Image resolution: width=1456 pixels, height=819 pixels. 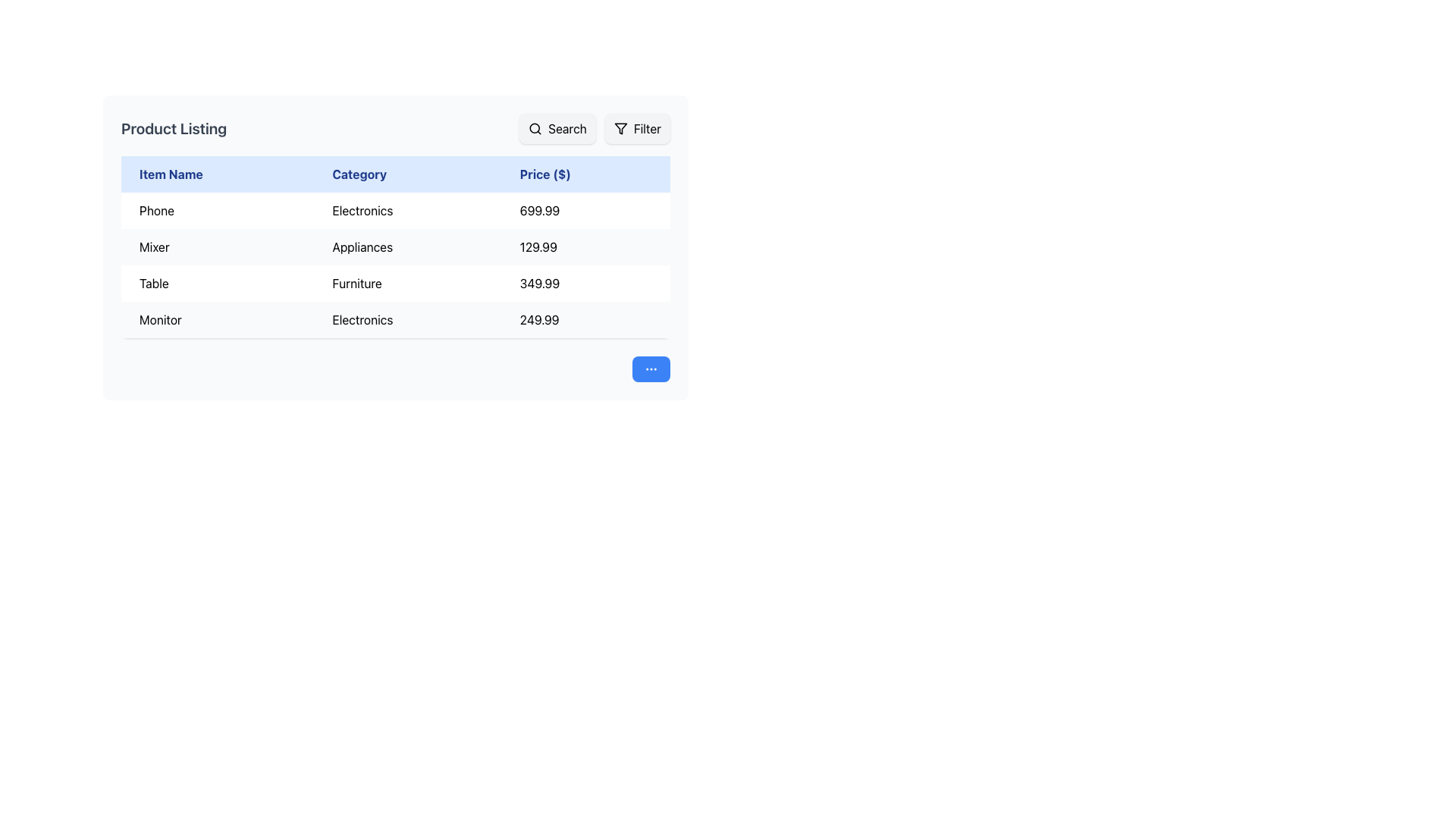 What do you see at coordinates (620, 127) in the screenshot?
I see `the filter icon located inside the 'Filter' button at the top-right corner of the interface, which signifies its filtering functionality` at bounding box center [620, 127].